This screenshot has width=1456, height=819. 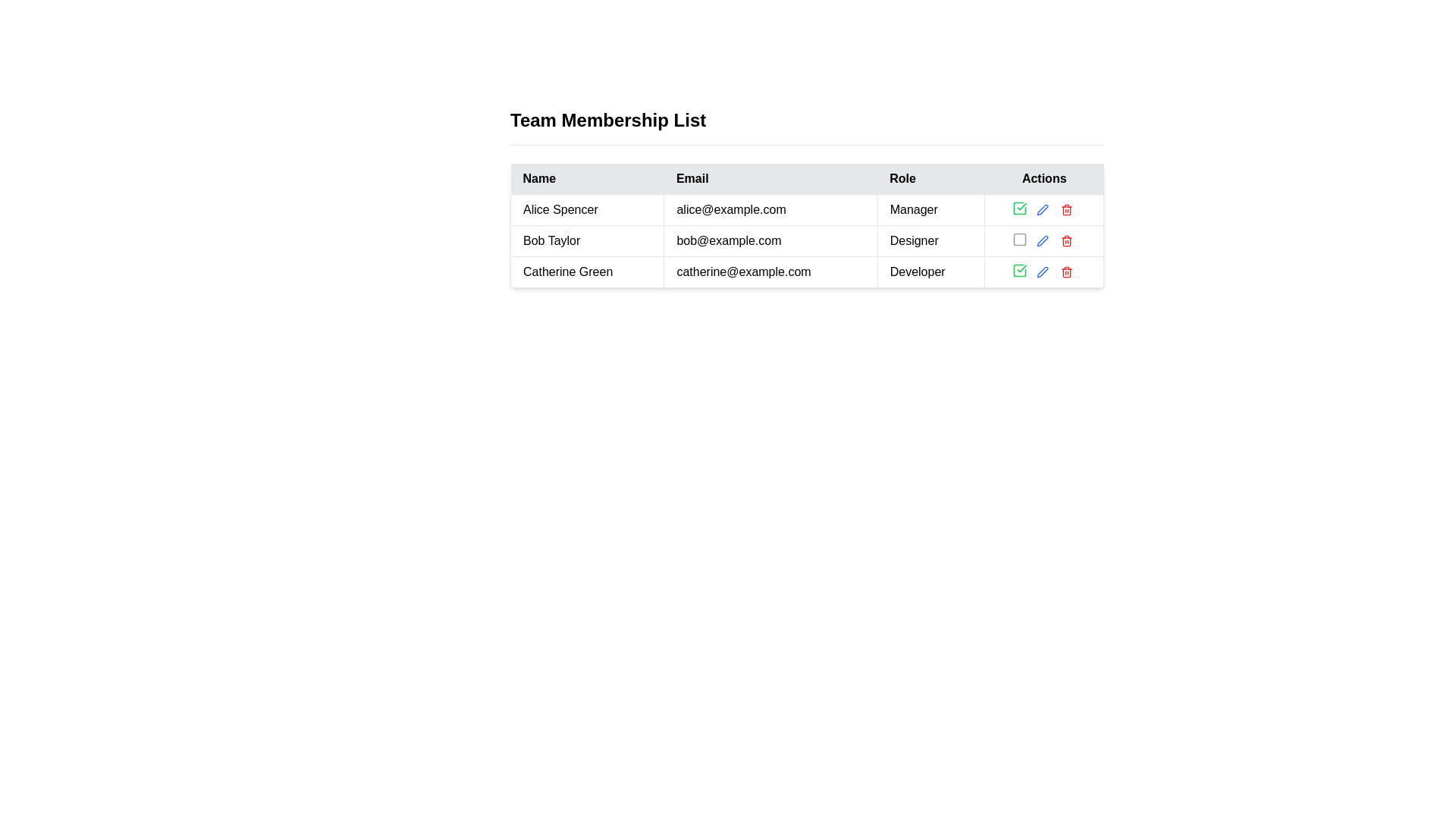 I want to click on information displayed in the 'Name' column of the second row in the team details table, which represents the name of a team member, so click(x=586, y=240).